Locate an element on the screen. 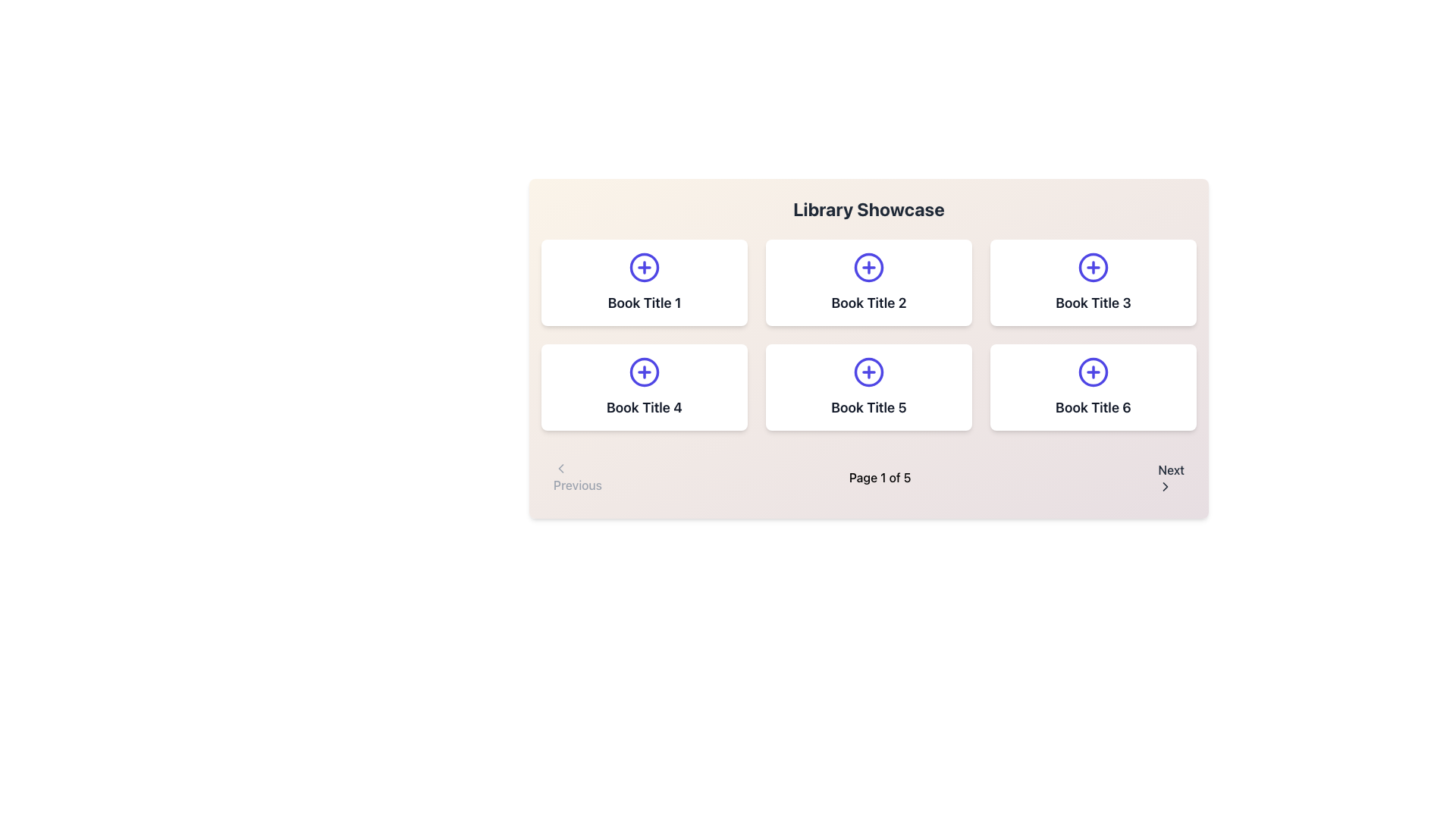 Image resolution: width=1456 pixels, height=819 pixels. the circular button with a plus sign ('+') in the card labeled 'Book Title 3' is located at coordinates (1093, 267).